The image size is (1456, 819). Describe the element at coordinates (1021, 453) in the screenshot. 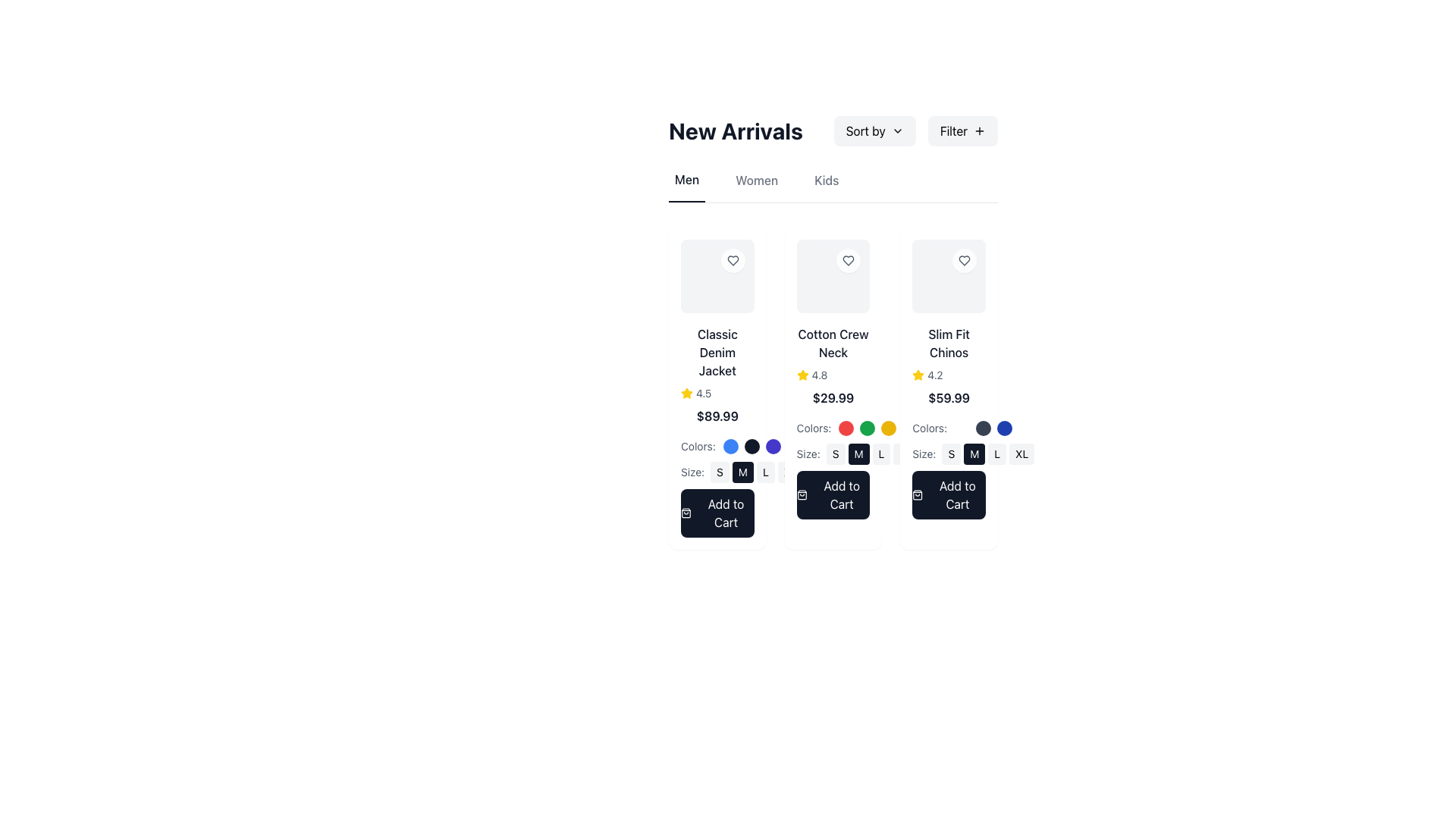

I see `the 'XL' size selection button located in the bottom row of the 'Slim Fit Chinos' product card` at that location.